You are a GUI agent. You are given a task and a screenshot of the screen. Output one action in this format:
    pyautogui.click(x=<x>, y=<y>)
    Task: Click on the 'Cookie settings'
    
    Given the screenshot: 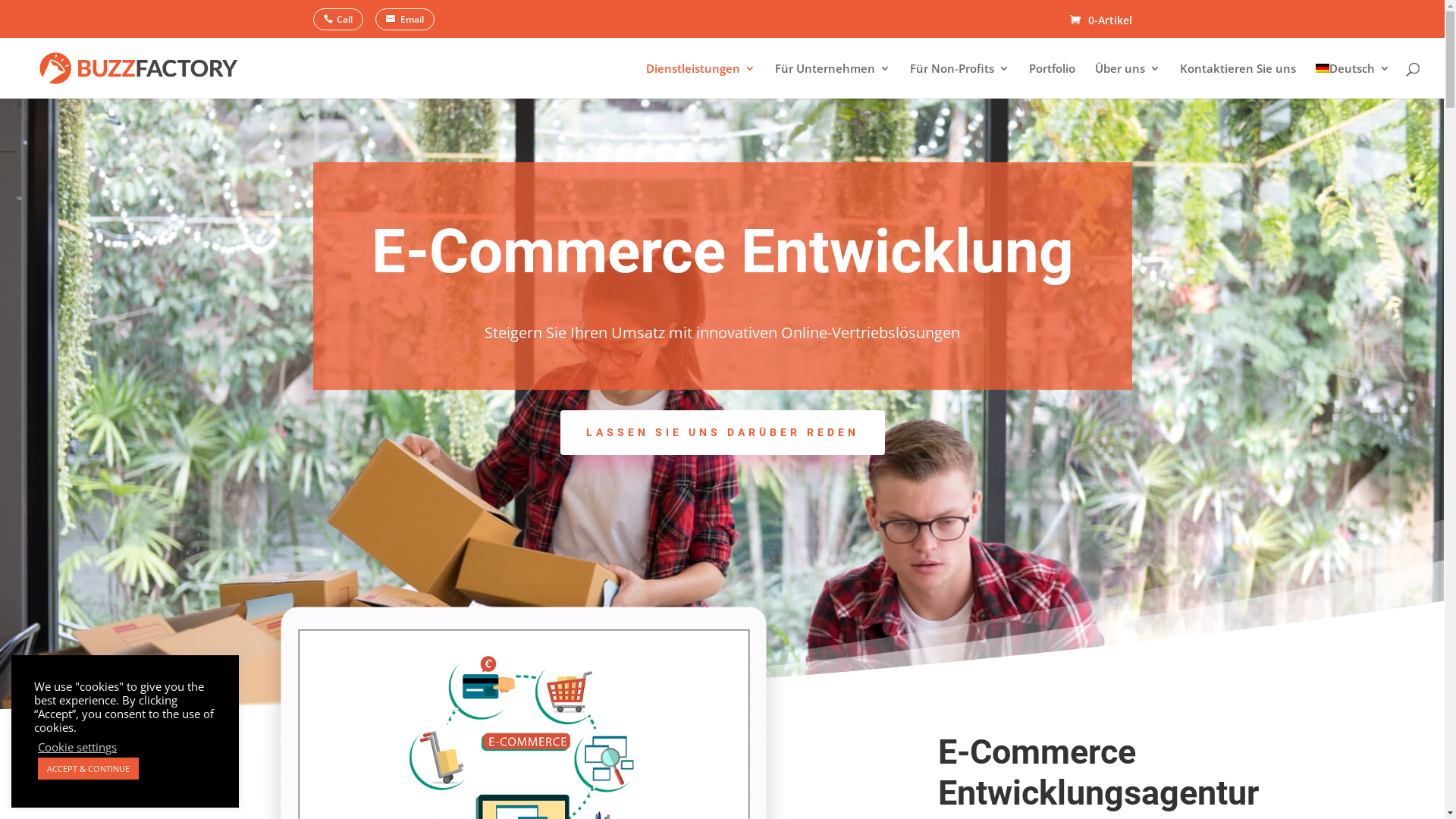 What is the action you would take?
    pyautogui.click(x=76, y=745)
    